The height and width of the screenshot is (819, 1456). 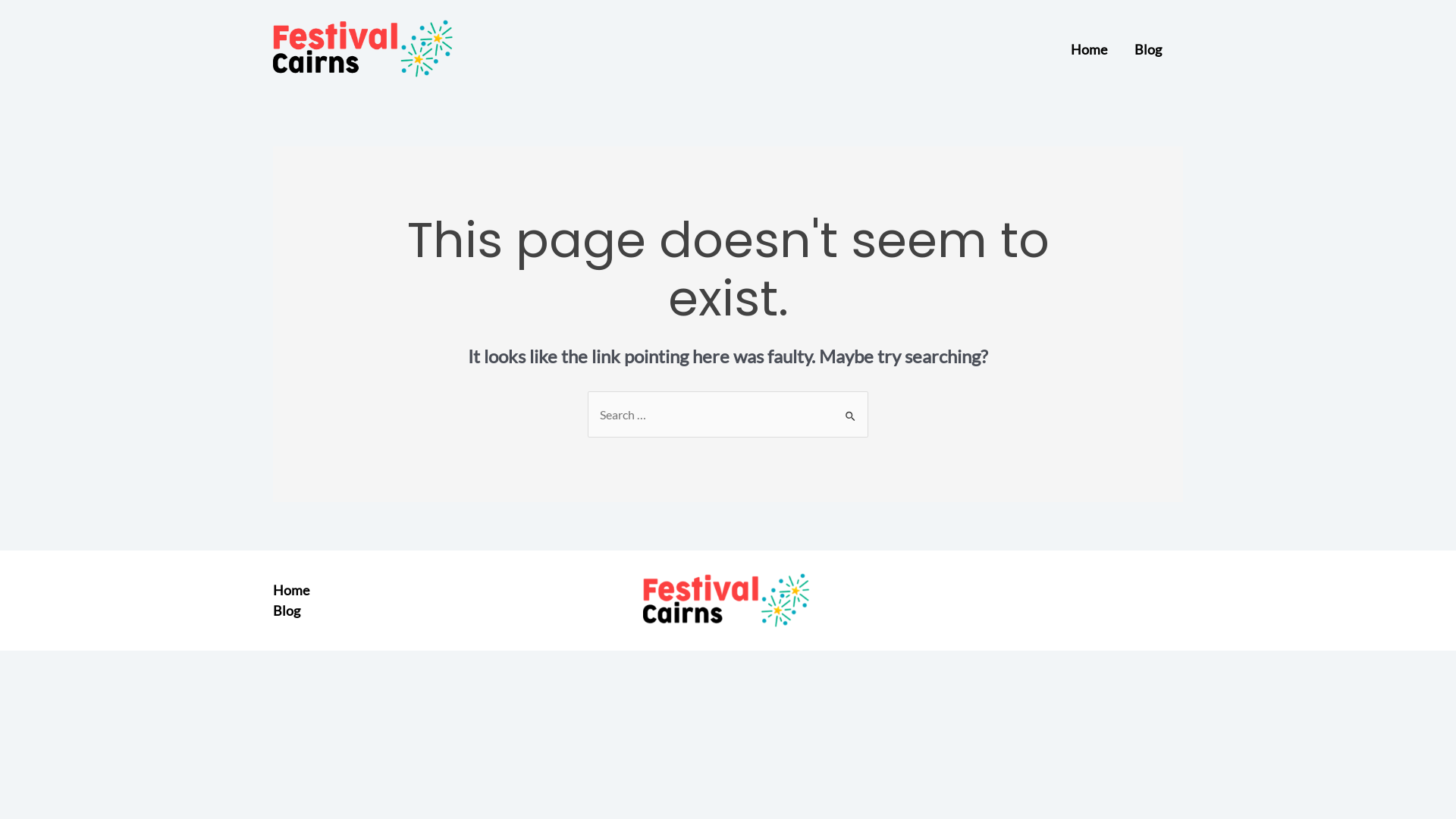 I want to click on 'Home', so click(x=273, y=589).